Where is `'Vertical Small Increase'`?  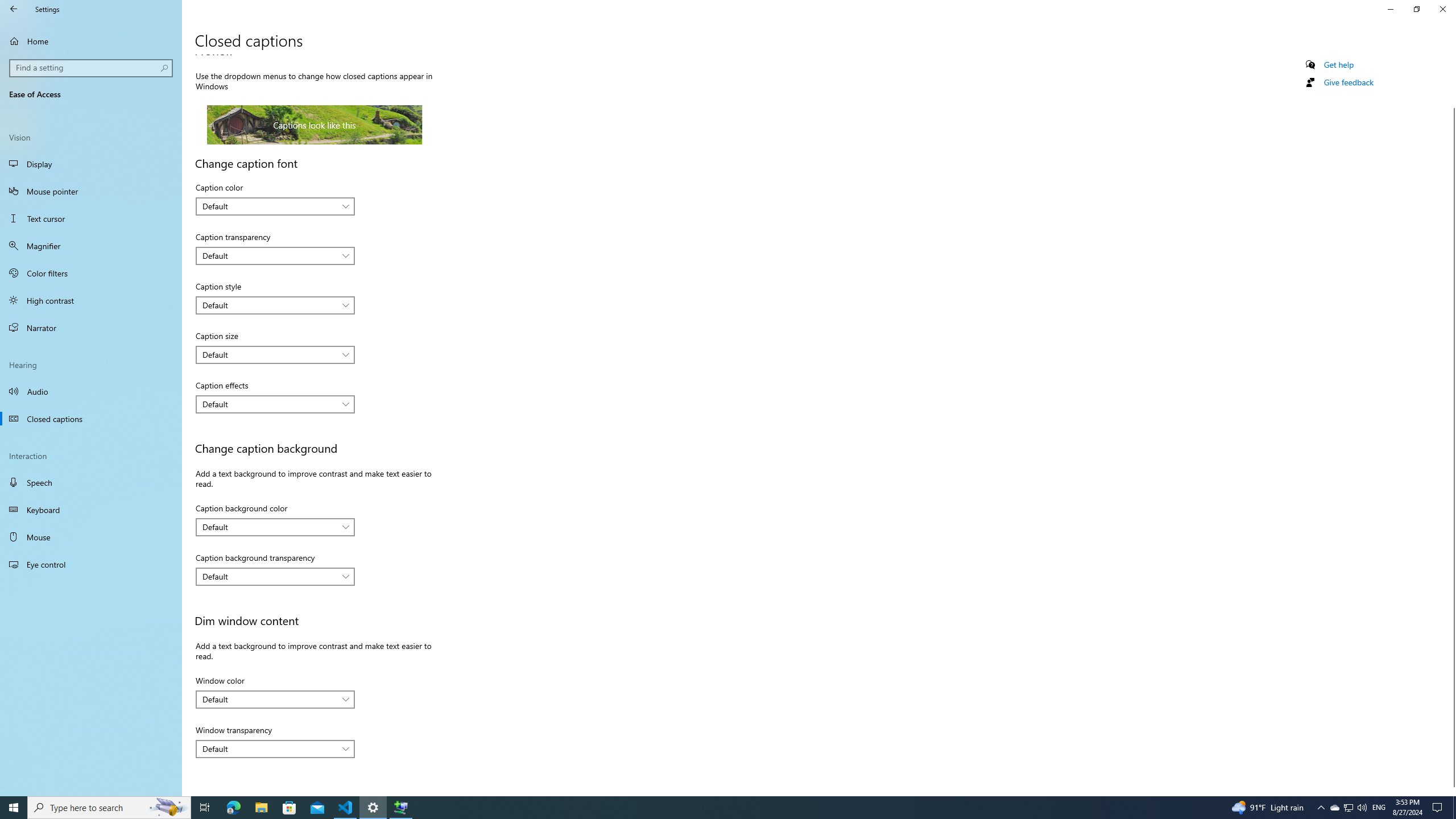 'Vertical Small Increase' is located at coordinates (1451, 791).